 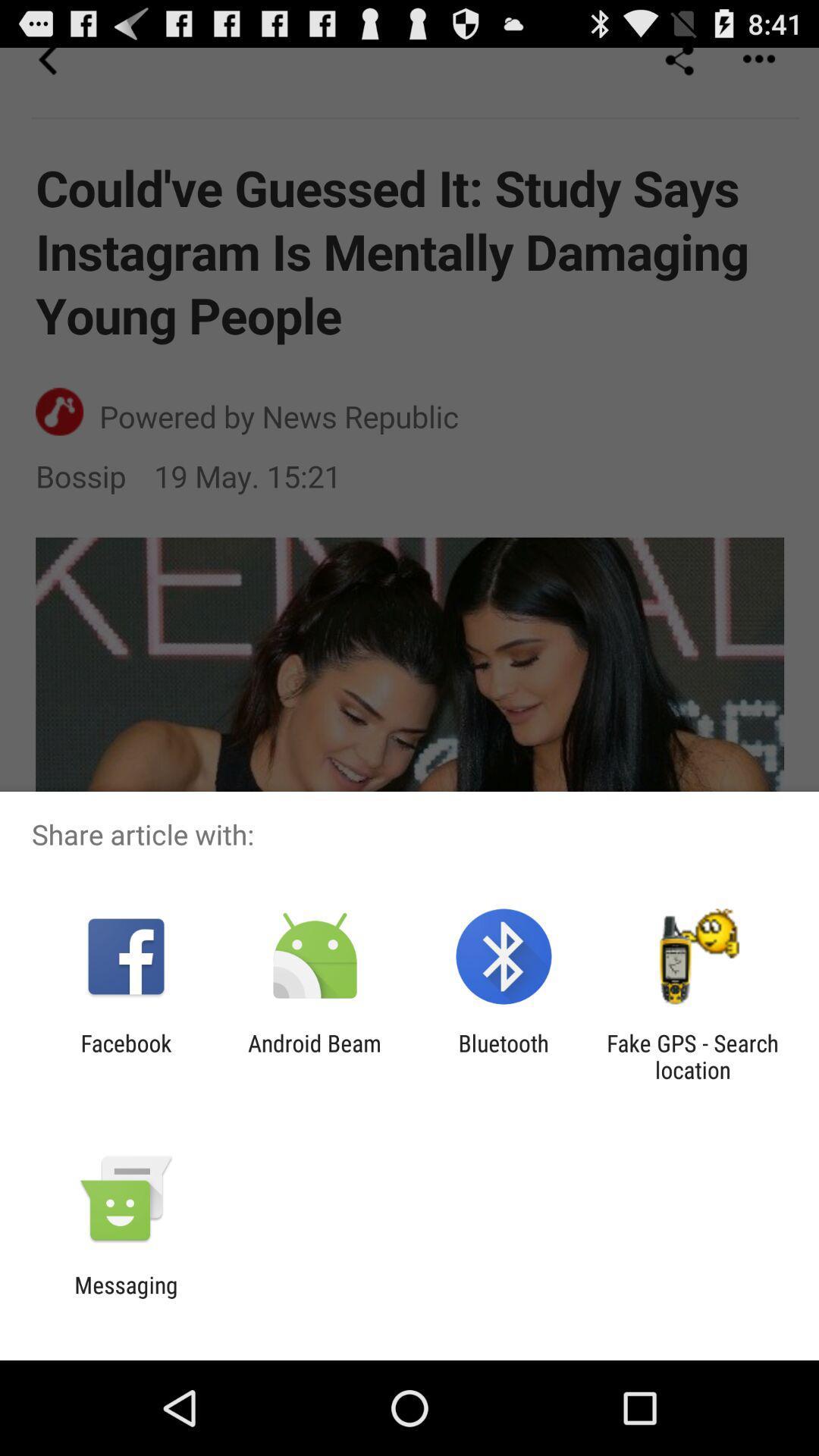 What do you see at coordinates (314, 1056) in the screenshot?
I see `the icon next to bluetooth app` at bounding box center [314, 1056].